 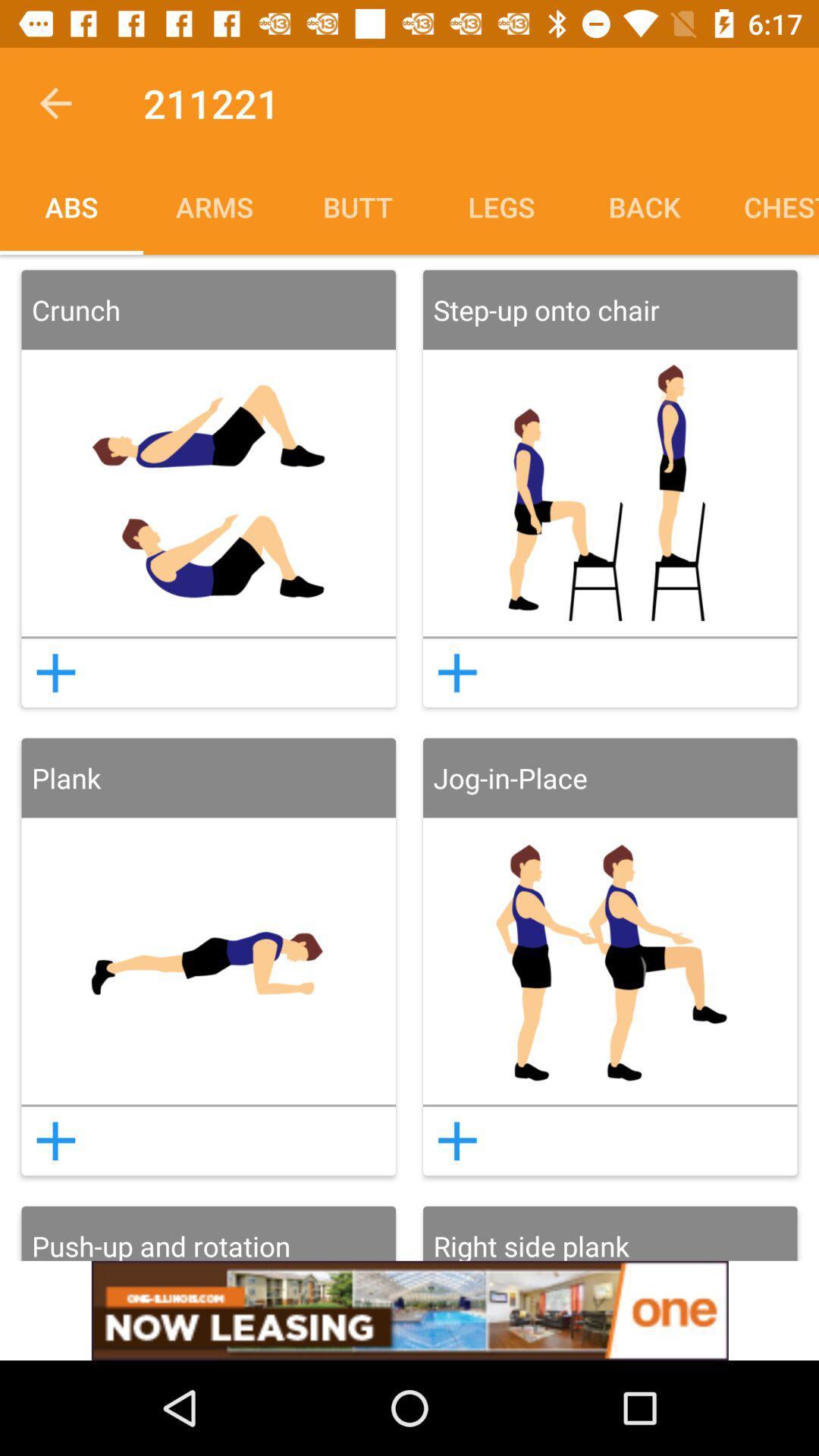 I want to click on get more information, so click(x=55, y=672).